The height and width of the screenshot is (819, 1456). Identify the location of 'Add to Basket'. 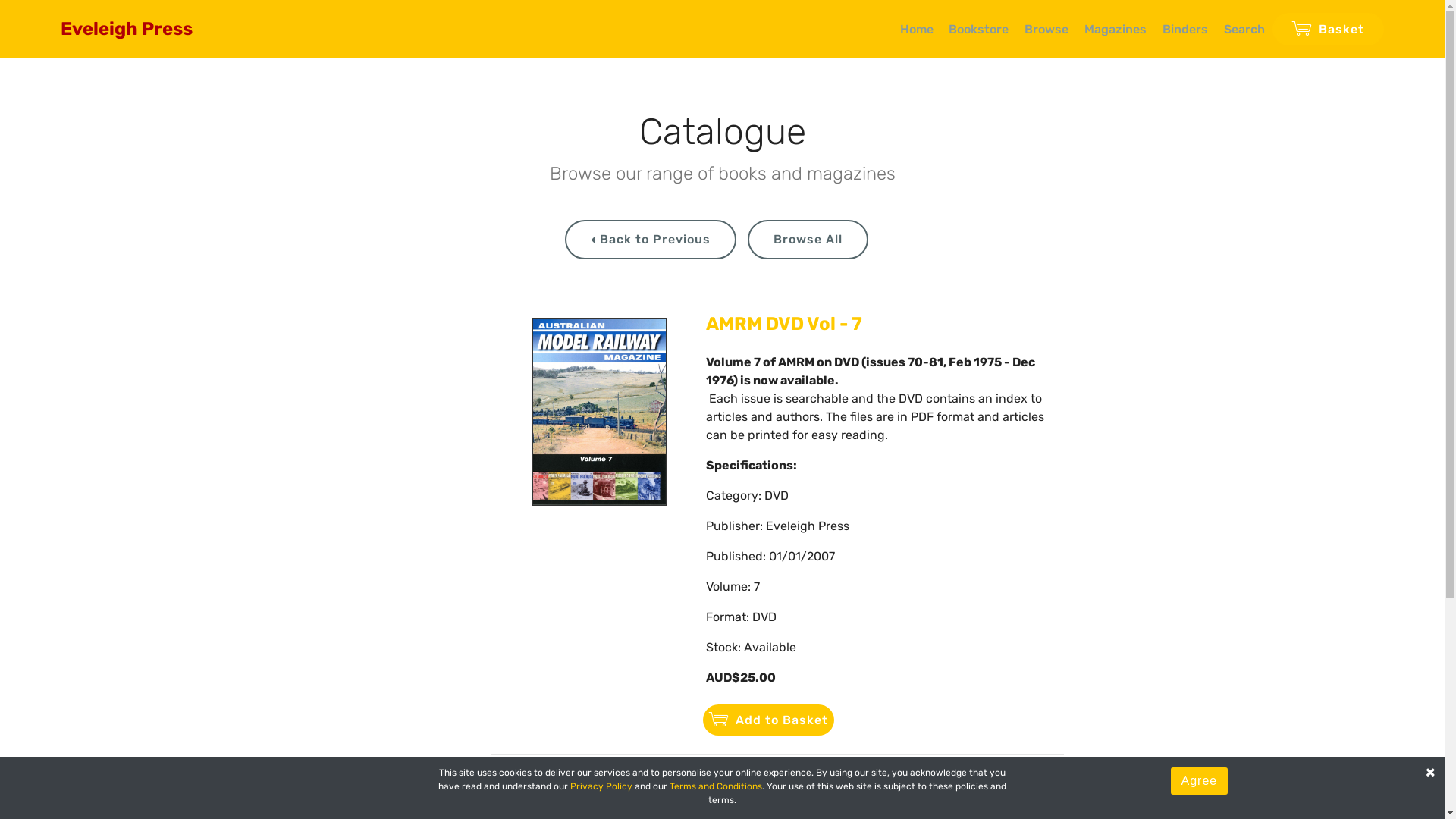
(701, 719).